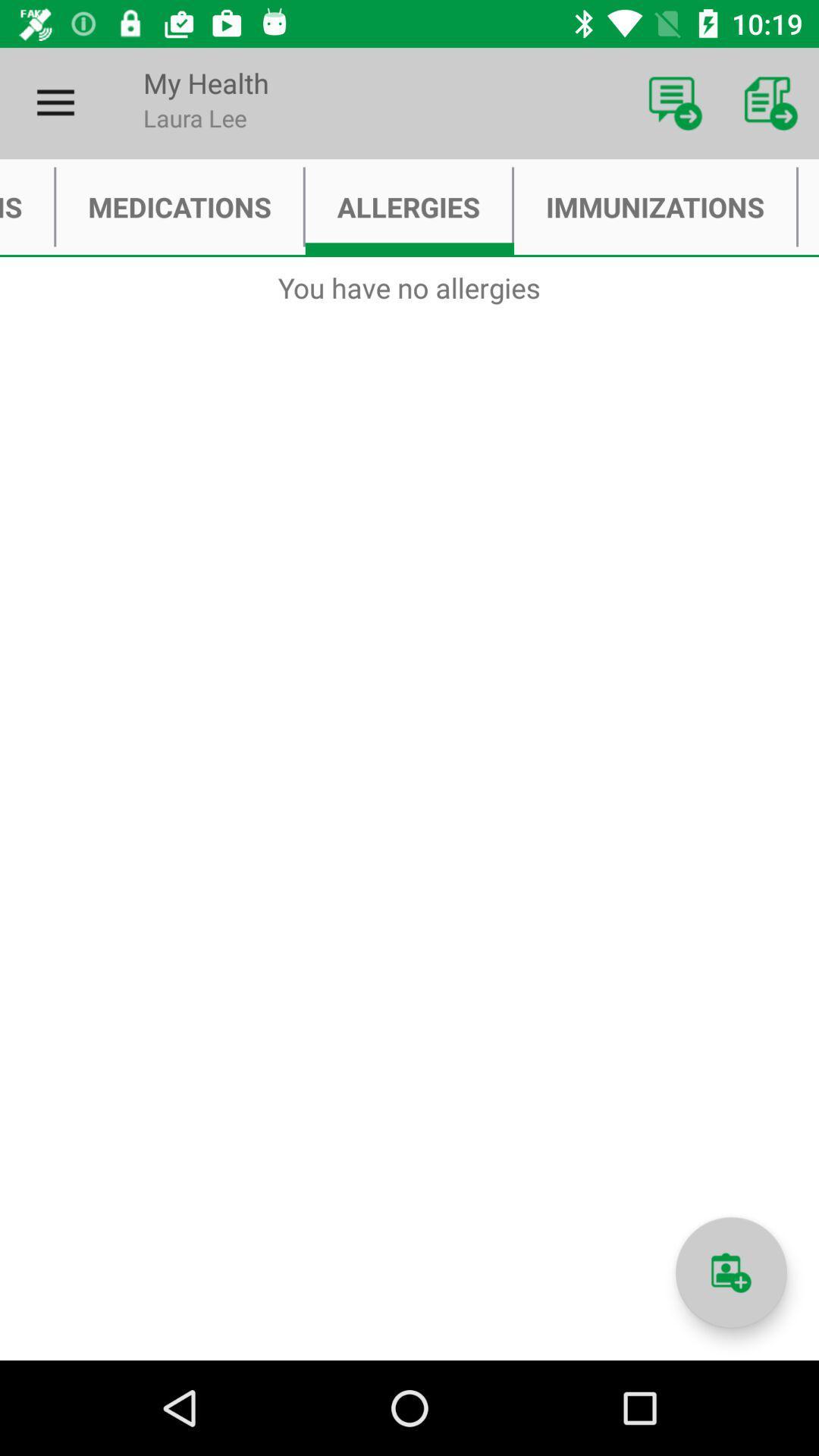 The width and height of the screenshot is (819, 1456). Describe the element at coordinates (771, 102) in the screenshot. I see `item above immunizations` at that location.